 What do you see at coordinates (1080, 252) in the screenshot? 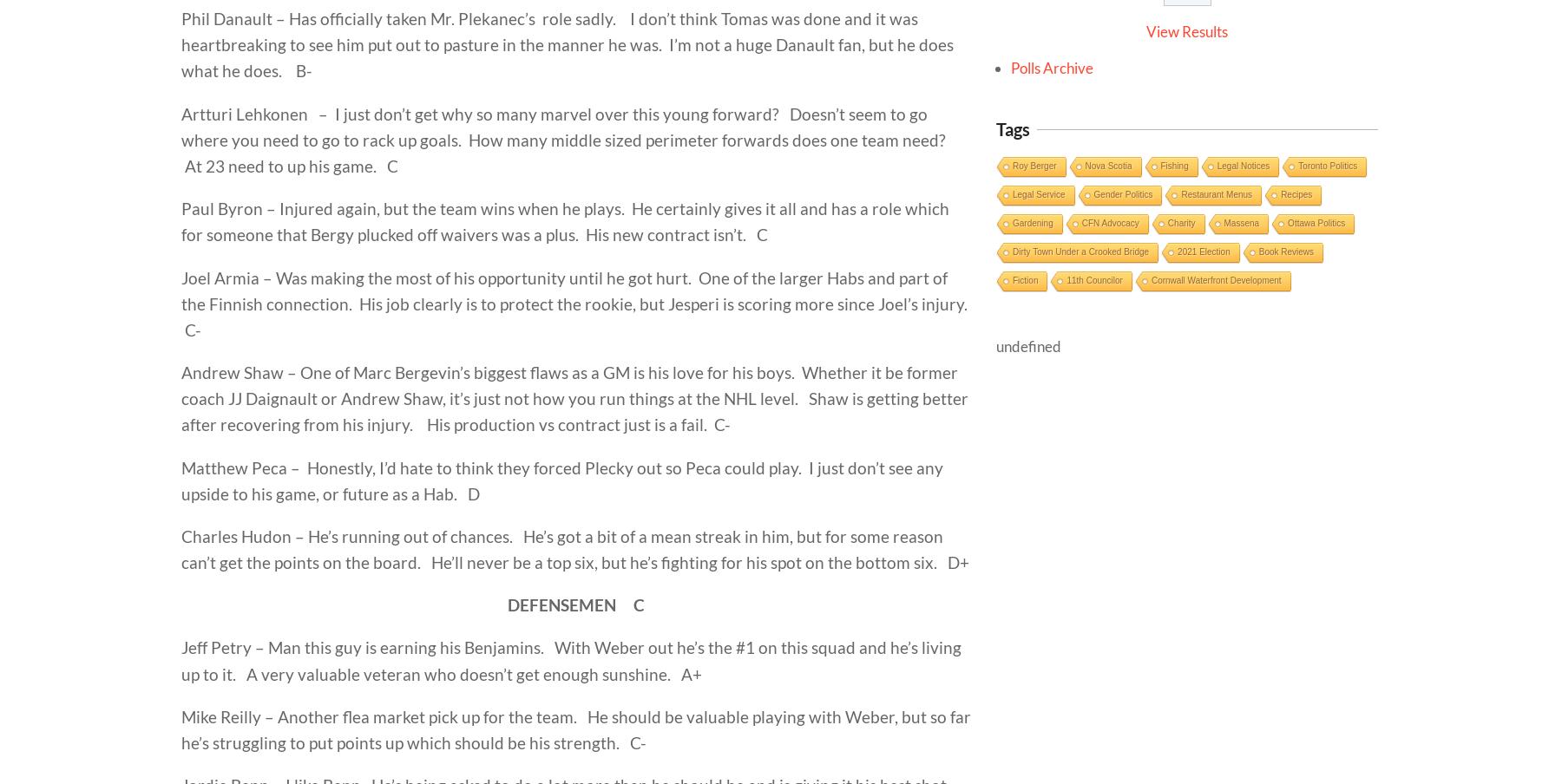
I see `'Dirty Town Under a Crooked Bridge'` at bounding box center [1080, 252].